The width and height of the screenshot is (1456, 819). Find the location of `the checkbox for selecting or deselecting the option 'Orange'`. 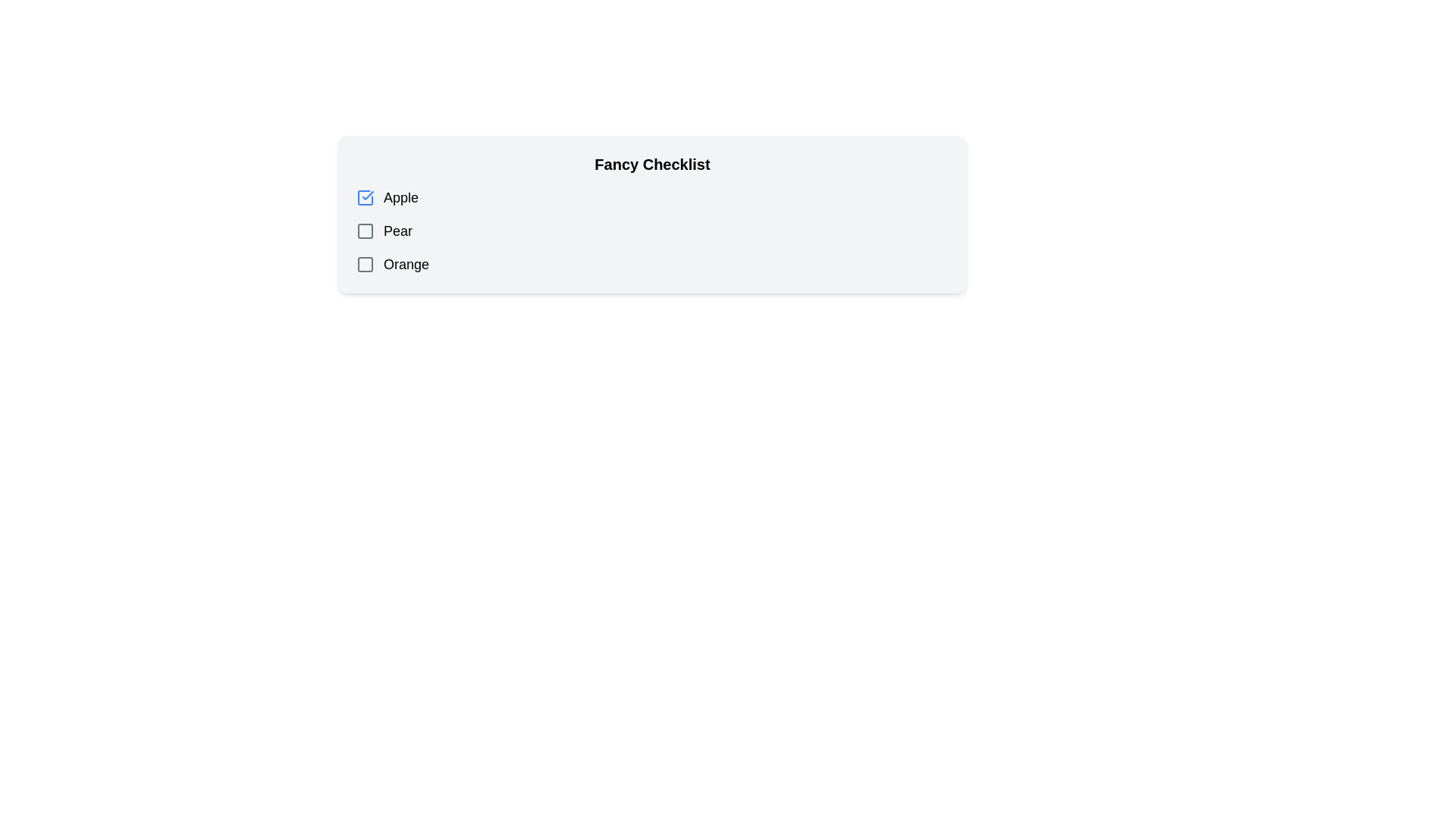

the checkbox for selecting or deselecting the option 'Orange' is located at coordinates (365, 263).